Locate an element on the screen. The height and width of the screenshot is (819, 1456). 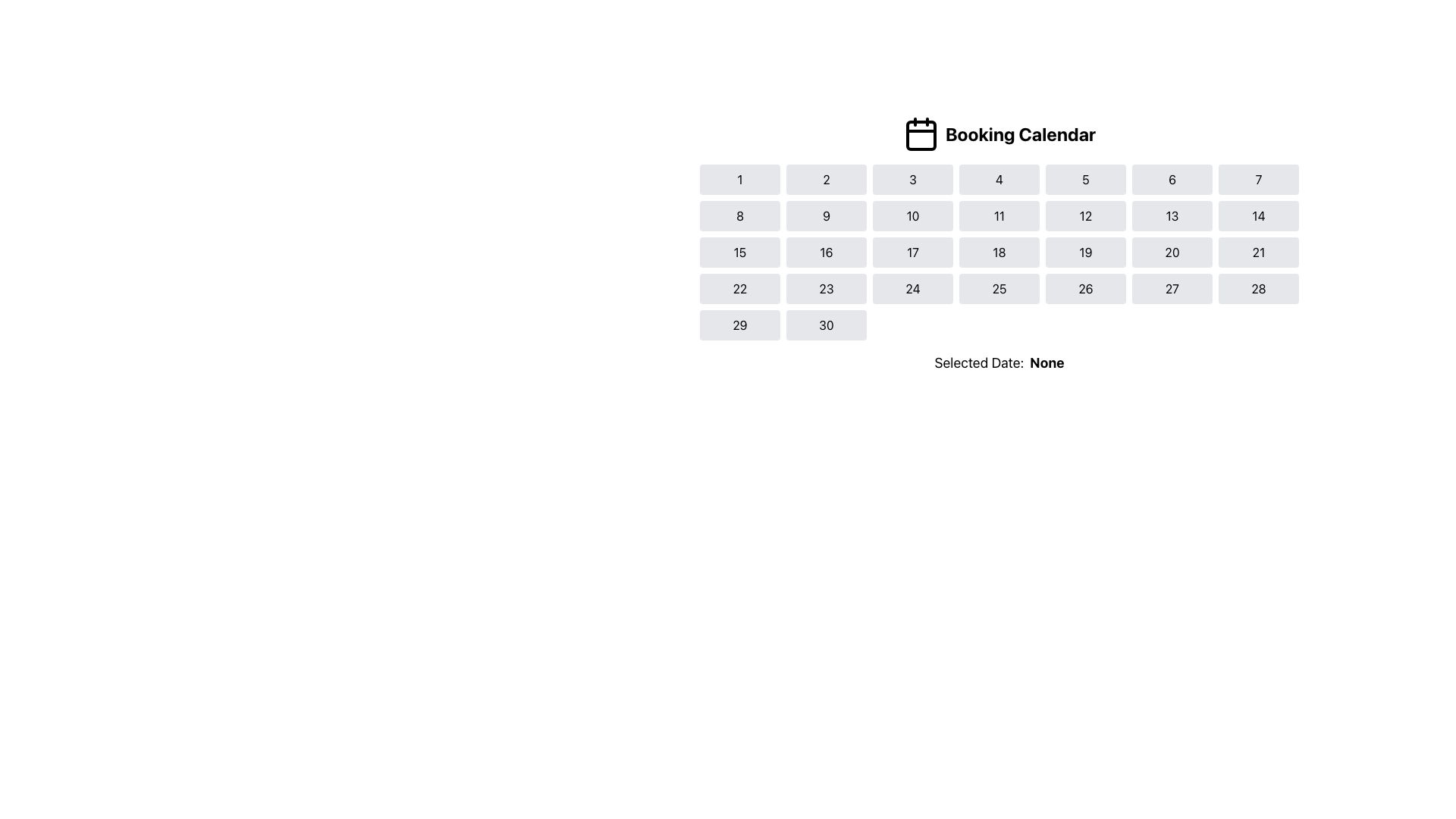
the button labeled '5' with a grey background and rounded corners located in the first row of the grid beneath 'Booking Calendar' is located at coordinates (1084, 178).